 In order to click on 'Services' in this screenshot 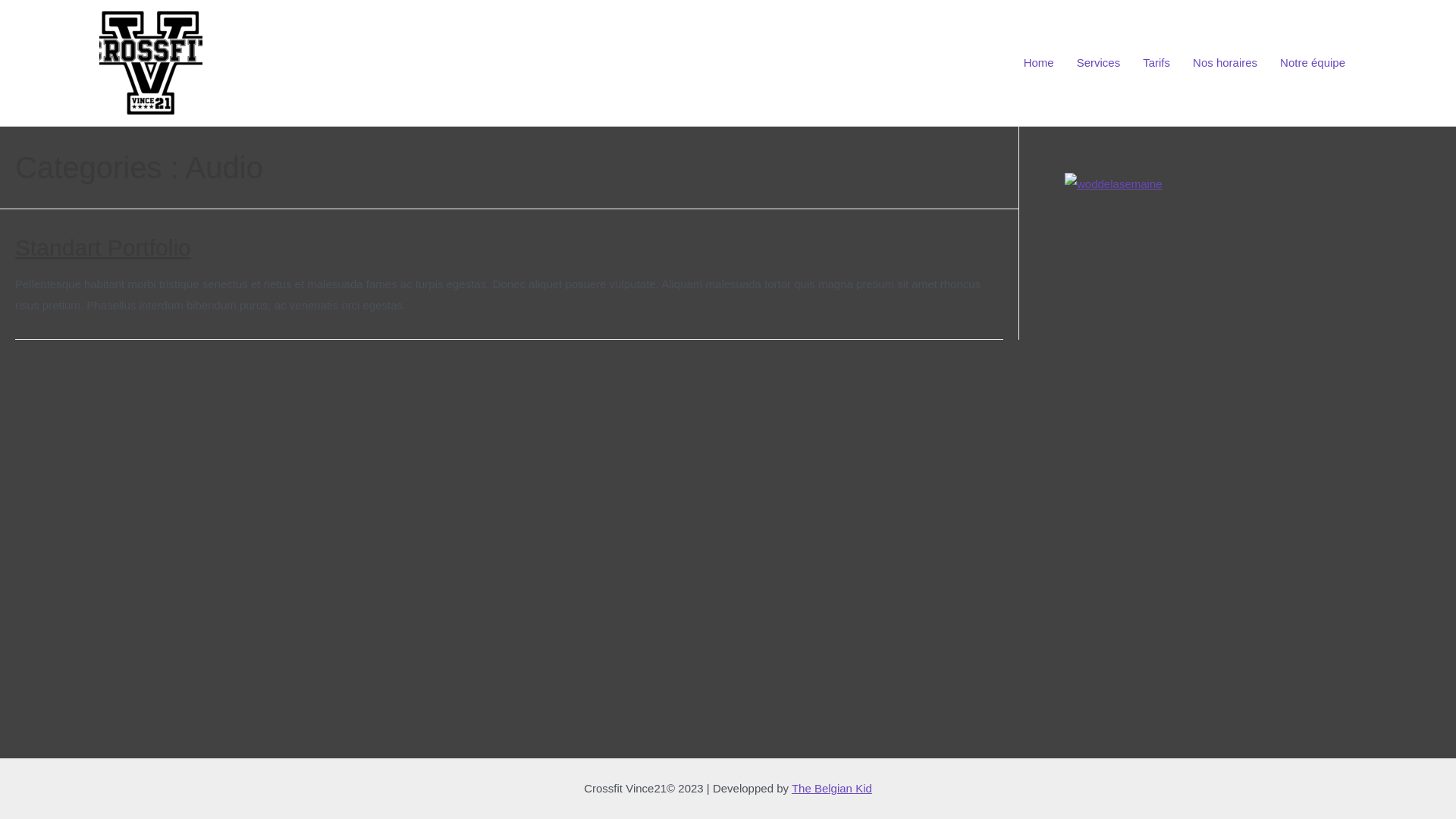, I will do `click(1099, 62)`.